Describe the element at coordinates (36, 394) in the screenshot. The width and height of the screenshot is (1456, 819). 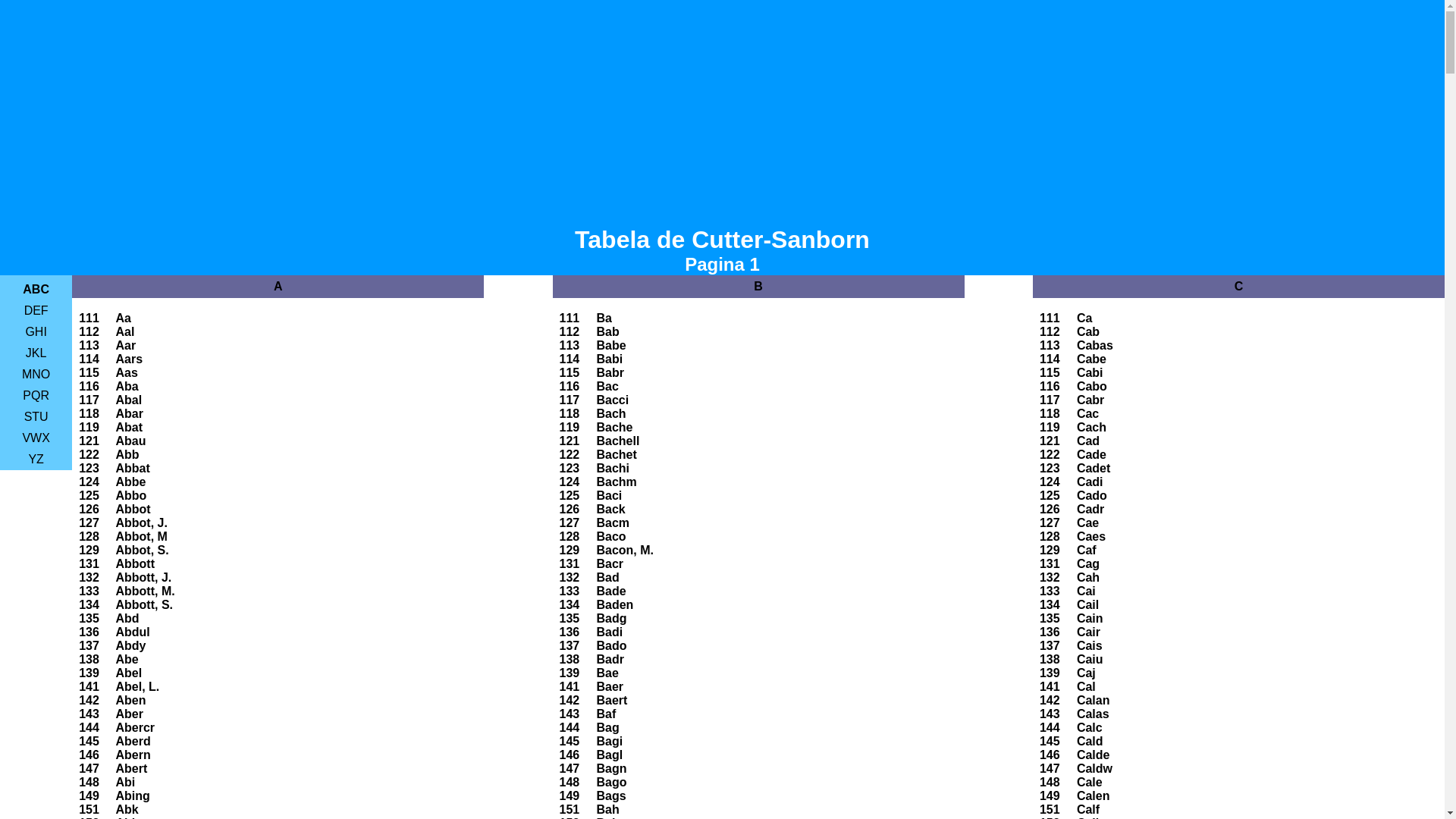
I see `'PQR'` at that location.